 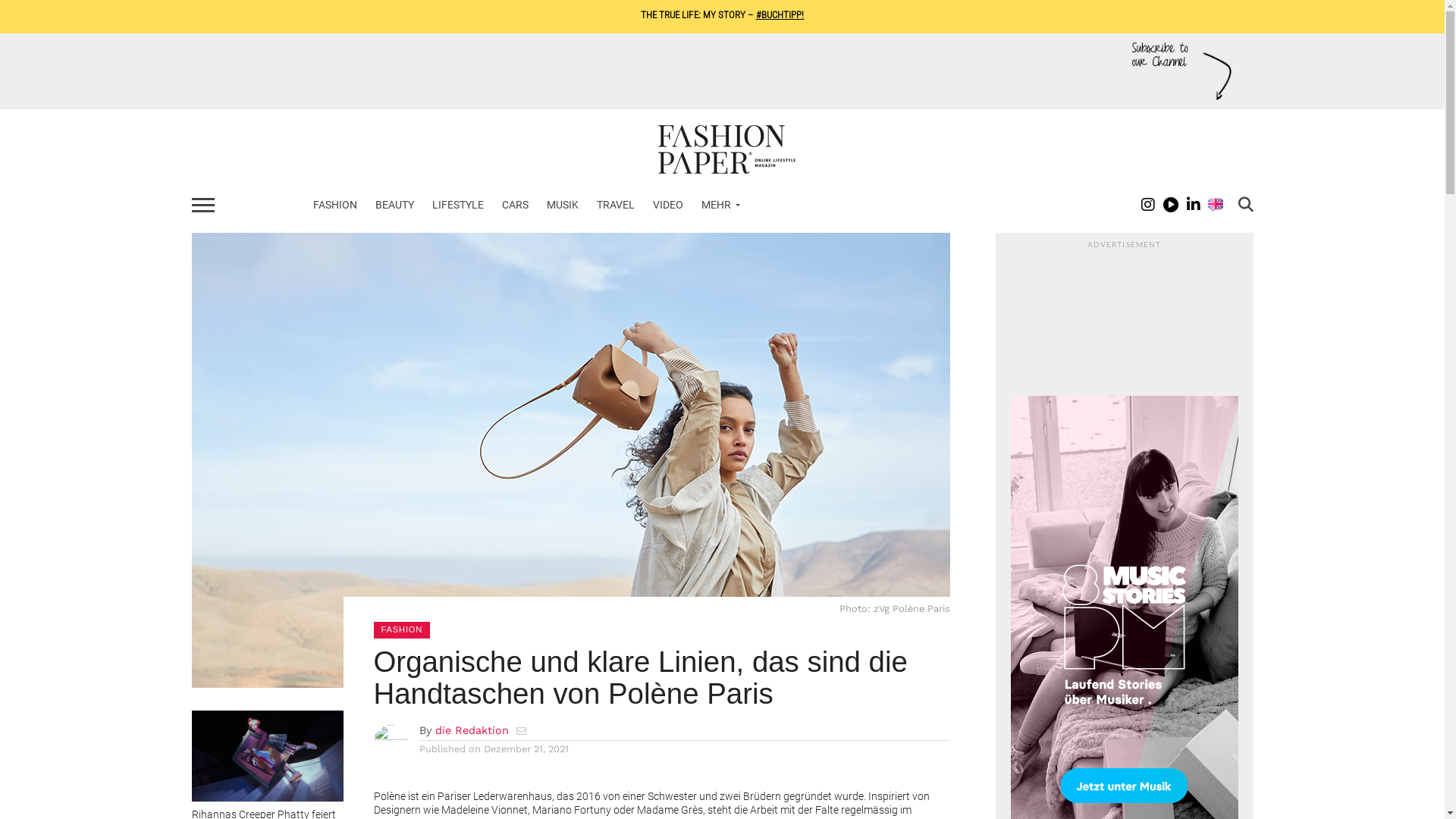 I want to click on '#BUCHTIPP!', so click(x=780, y=14).